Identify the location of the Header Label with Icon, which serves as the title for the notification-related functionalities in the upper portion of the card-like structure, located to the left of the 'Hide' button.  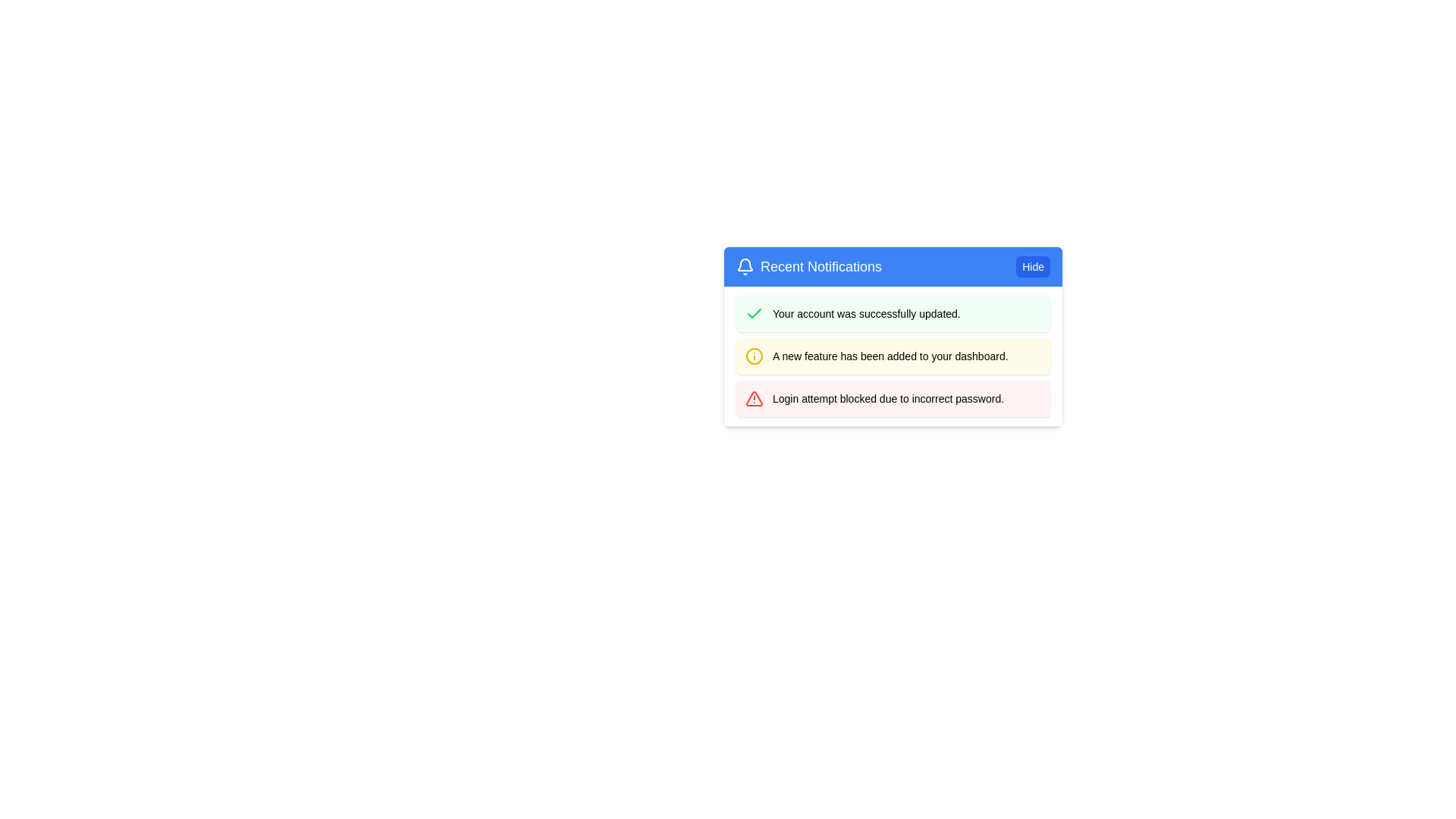
(808, 265).